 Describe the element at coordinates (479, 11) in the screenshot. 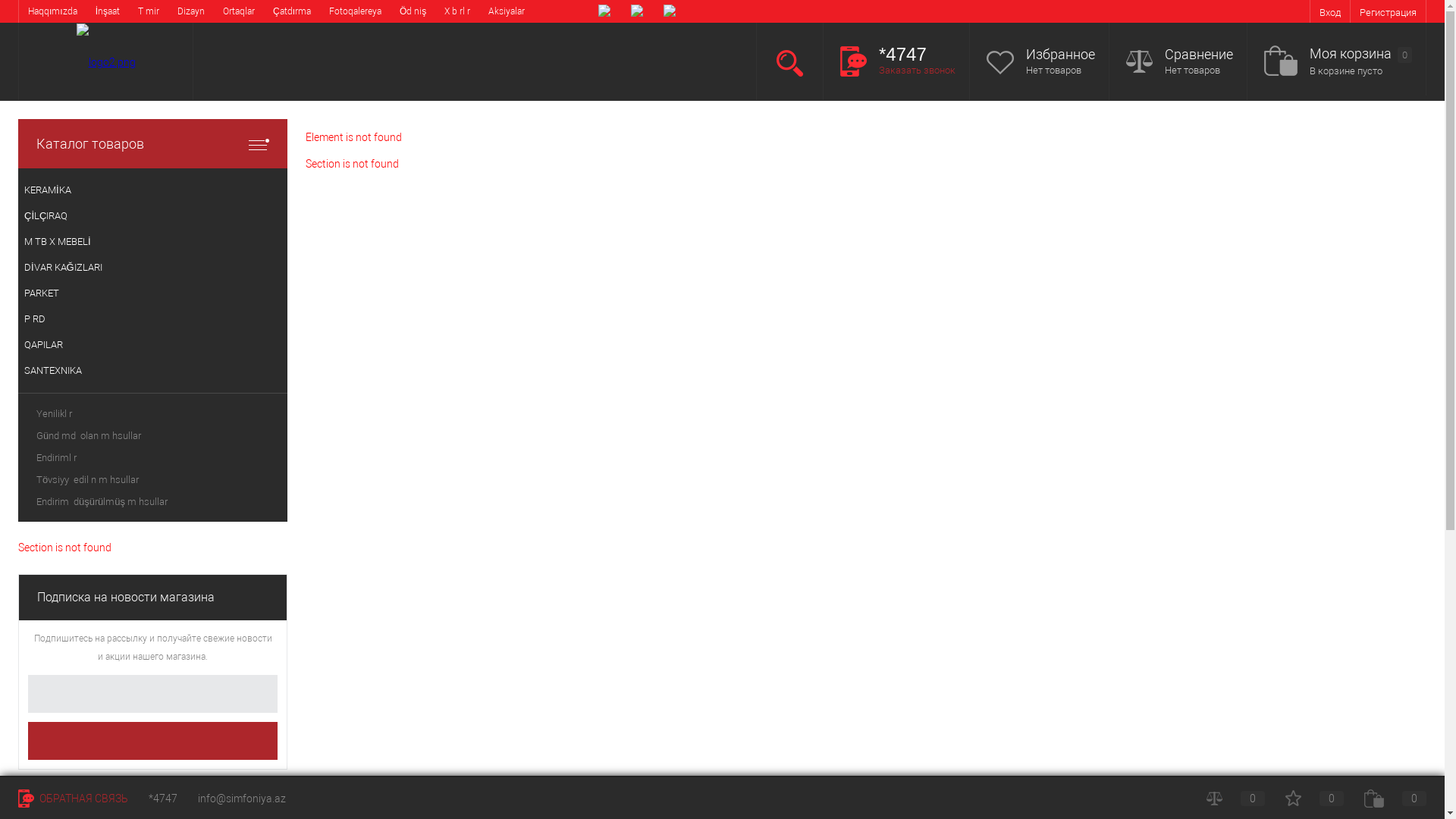

I see `'Aksiyalar'` at that location.